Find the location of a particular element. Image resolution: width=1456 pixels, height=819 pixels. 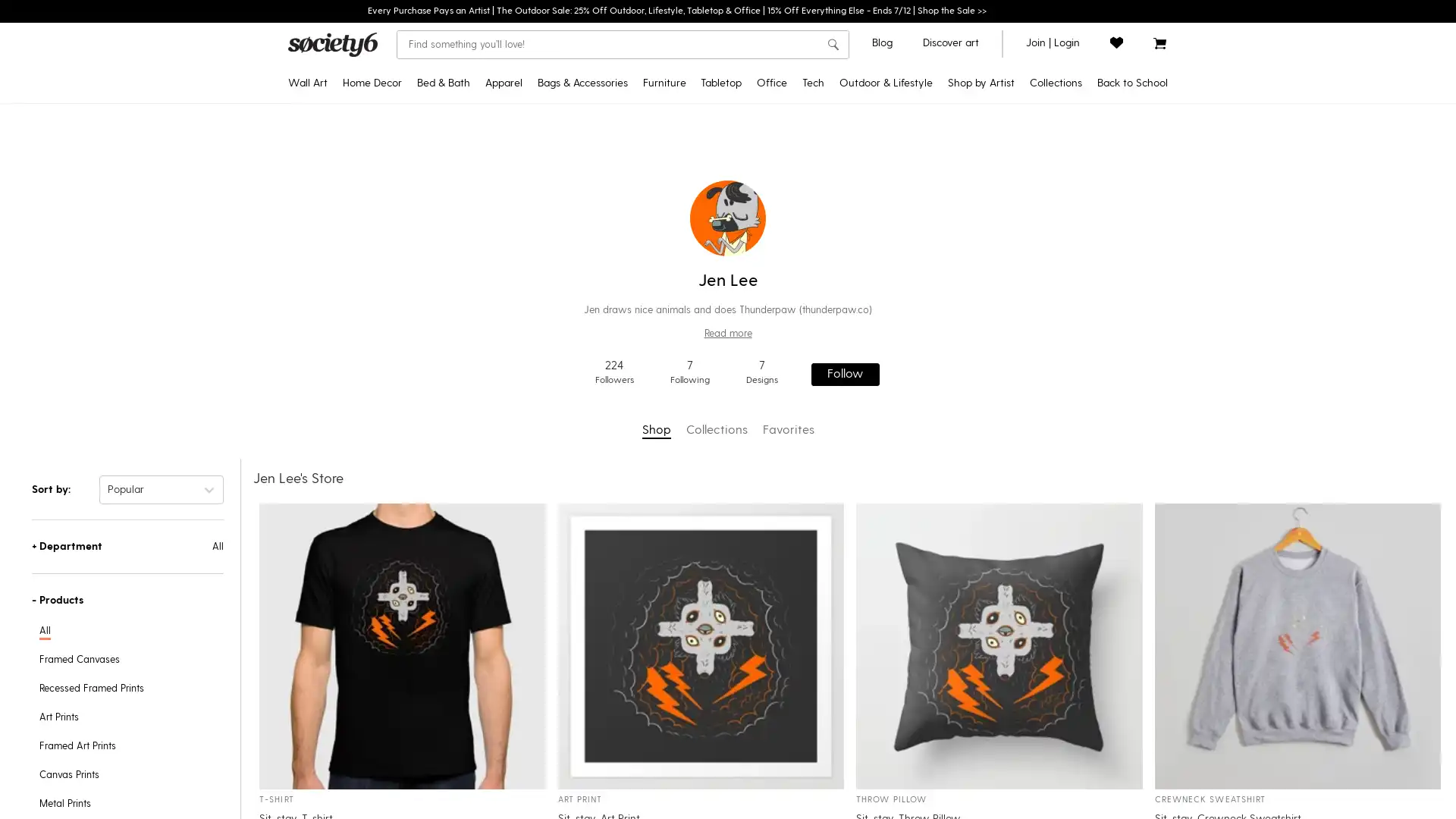

Office is located at coordinates (771, 83).